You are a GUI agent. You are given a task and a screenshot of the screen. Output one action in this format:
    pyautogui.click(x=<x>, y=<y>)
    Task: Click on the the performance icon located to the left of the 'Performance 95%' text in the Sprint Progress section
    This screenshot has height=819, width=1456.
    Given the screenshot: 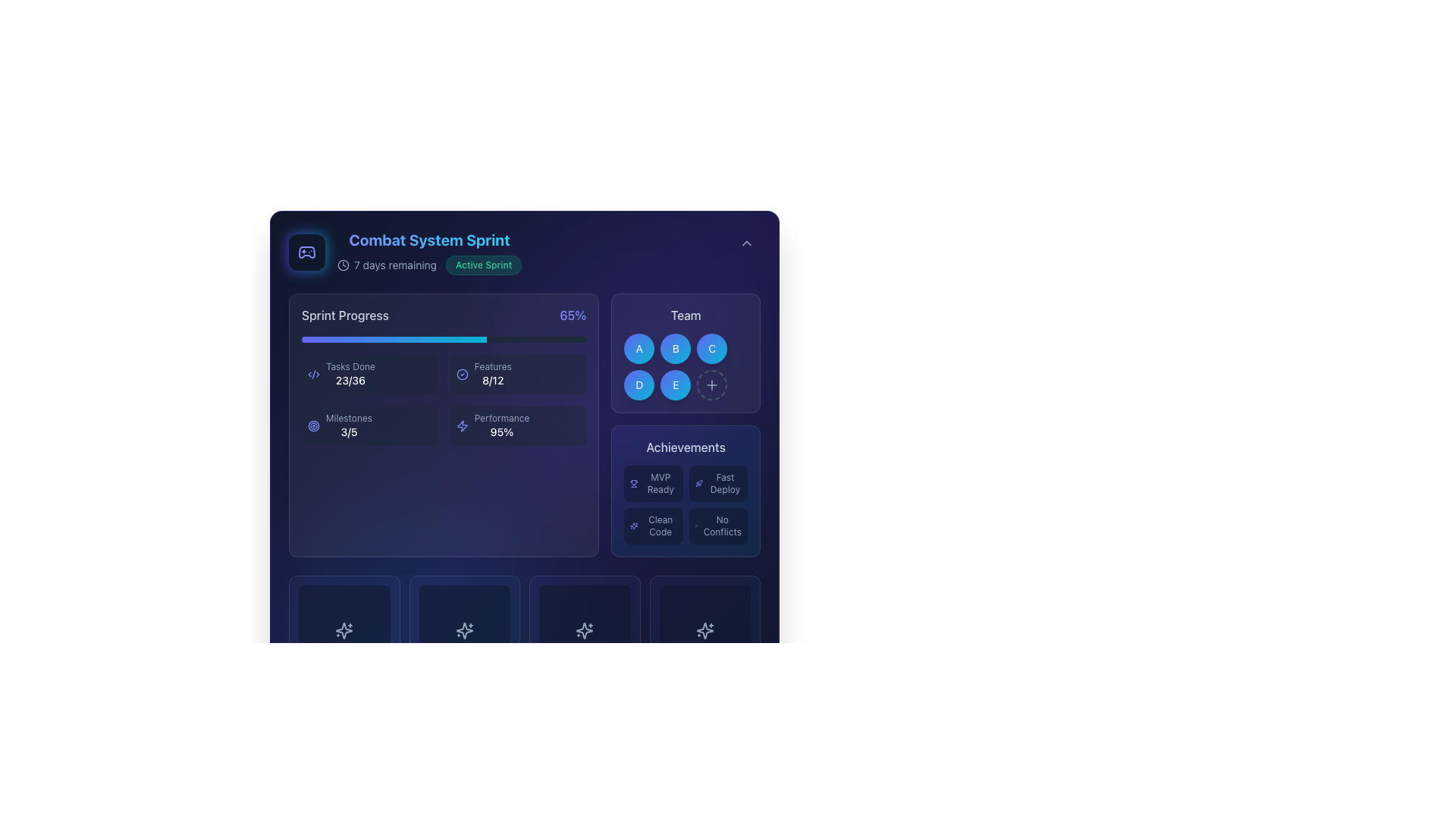 What is the action you would take?
    pyautogui.click(x=461, y=426)
    